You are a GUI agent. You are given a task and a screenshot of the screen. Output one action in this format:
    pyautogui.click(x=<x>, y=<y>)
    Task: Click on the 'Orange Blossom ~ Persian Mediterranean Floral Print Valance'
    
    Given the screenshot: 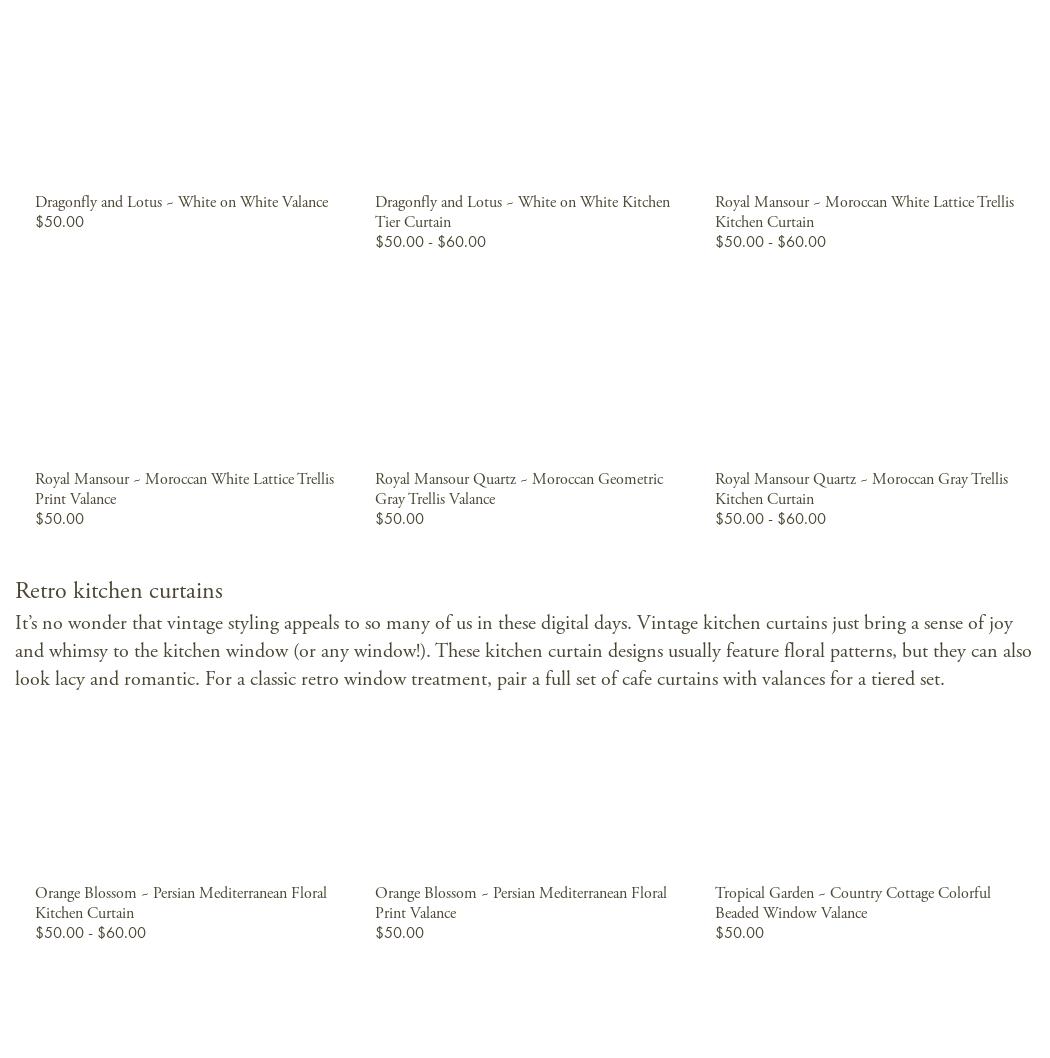 What is the action you would take?
    pyautogui.click(x=373, y=902)
    